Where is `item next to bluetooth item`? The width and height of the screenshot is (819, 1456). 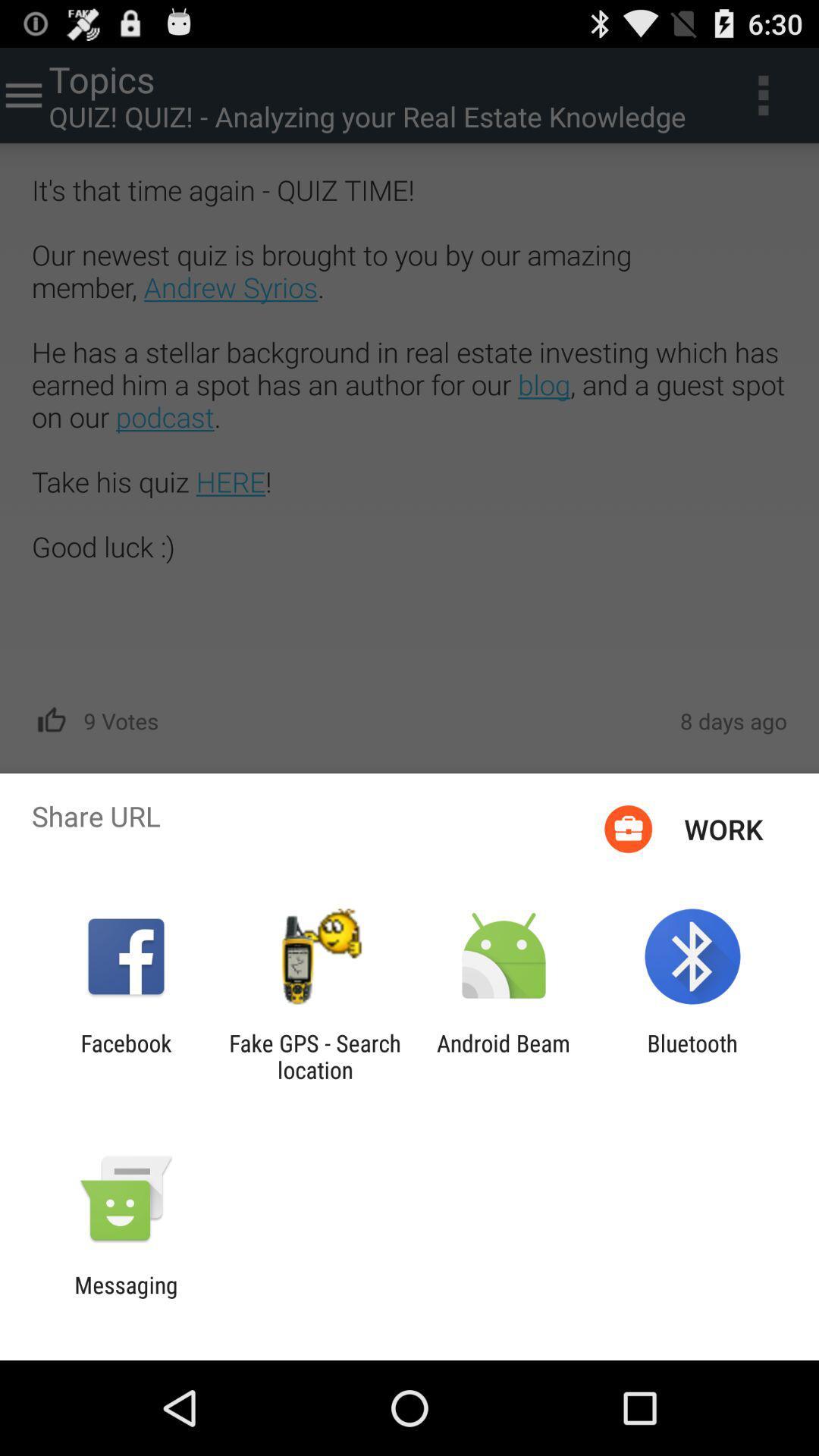 item next to bluetooth item is located at coordinates (504, 1056).